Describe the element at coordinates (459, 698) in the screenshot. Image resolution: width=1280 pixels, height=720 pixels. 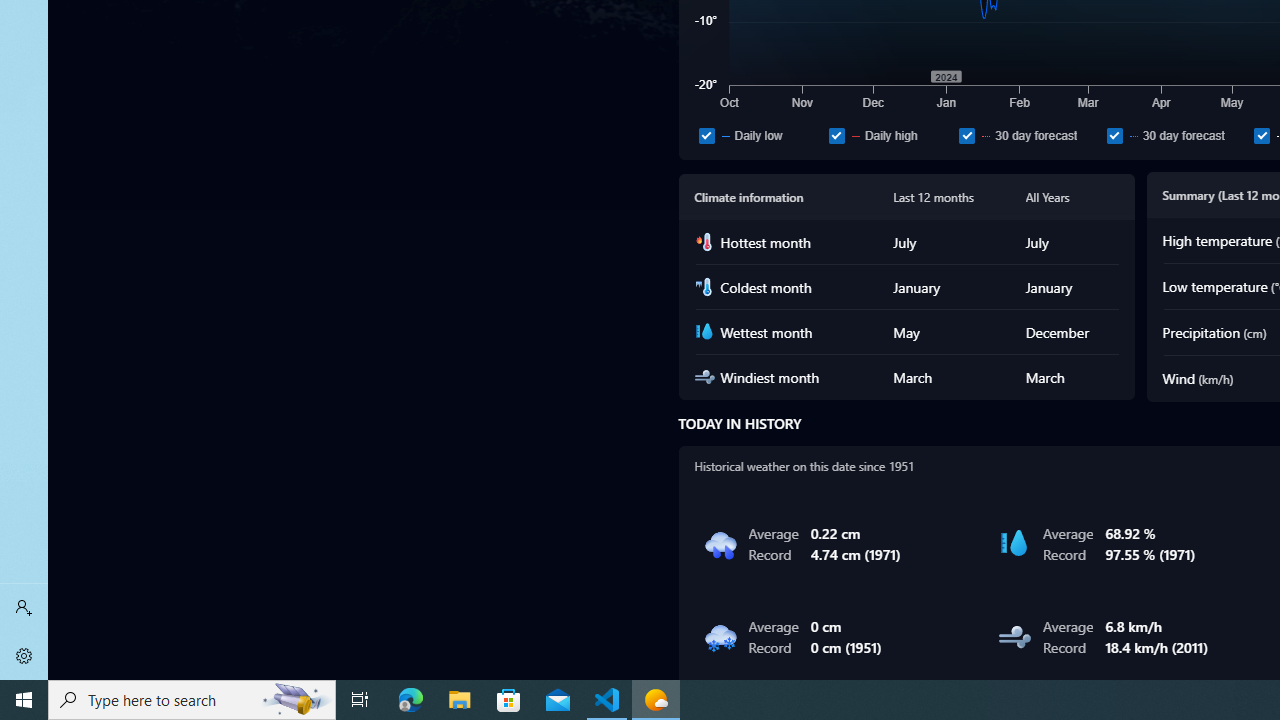
I see `'File Explorer'` at that location.